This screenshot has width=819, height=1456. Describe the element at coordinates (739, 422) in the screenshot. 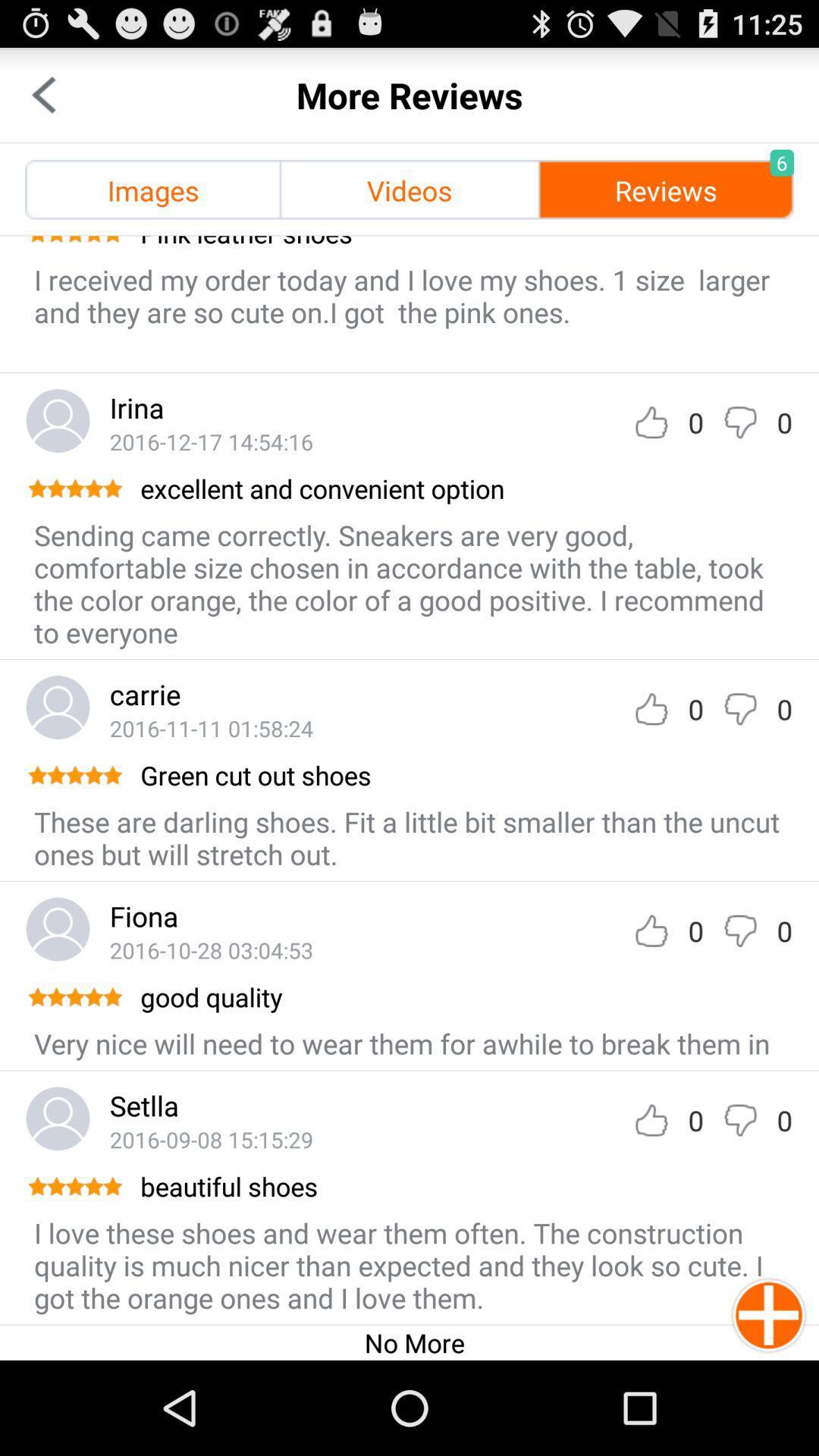

I see `unlike review` at that location.